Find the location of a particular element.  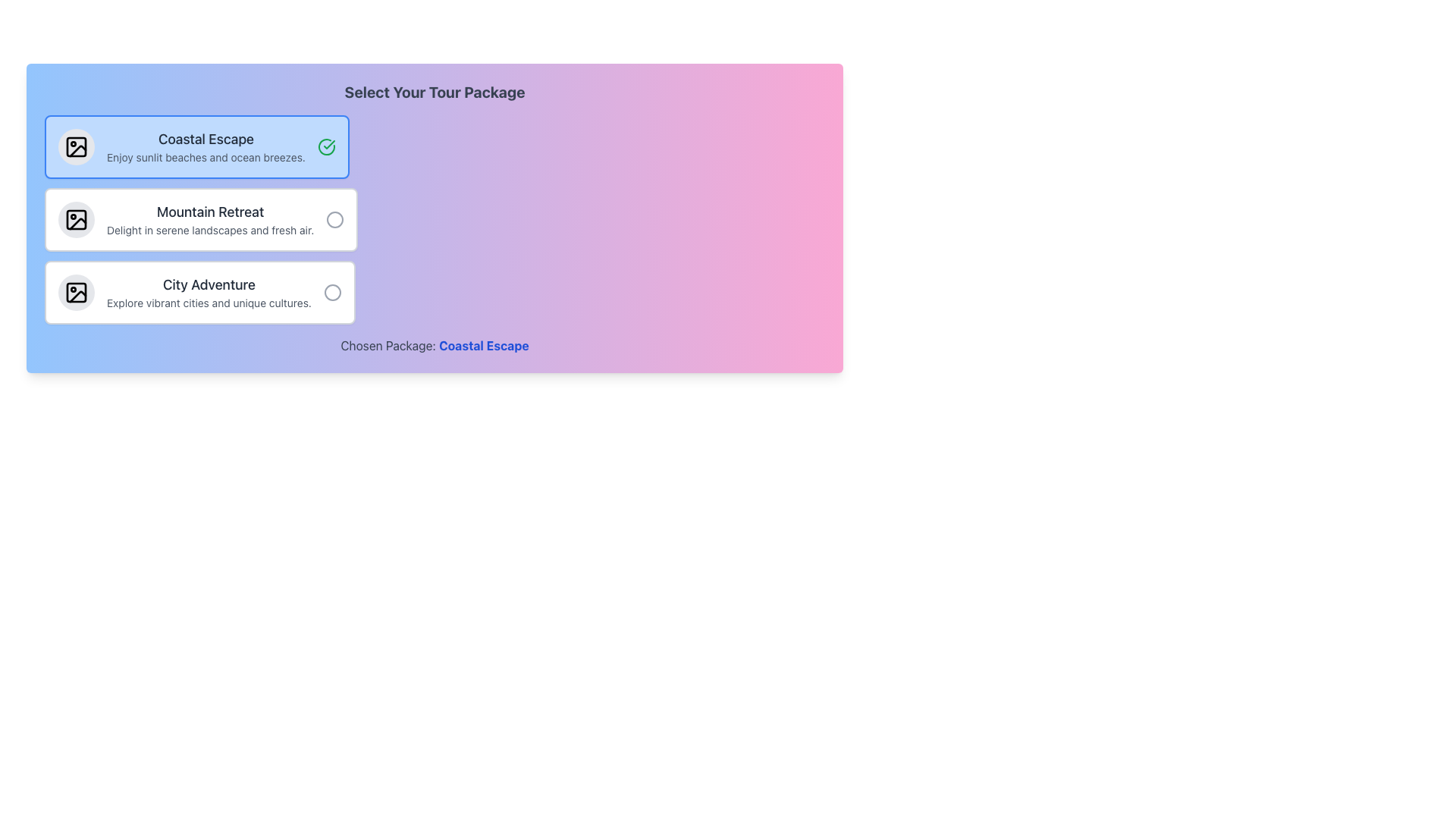

the static text that reads 'Delight in serene landscapes and fresh air.' which is located below the title 'Mountain Retreat' in the second option card of the vertical list of tour packages is located at coordinates (209, 231).